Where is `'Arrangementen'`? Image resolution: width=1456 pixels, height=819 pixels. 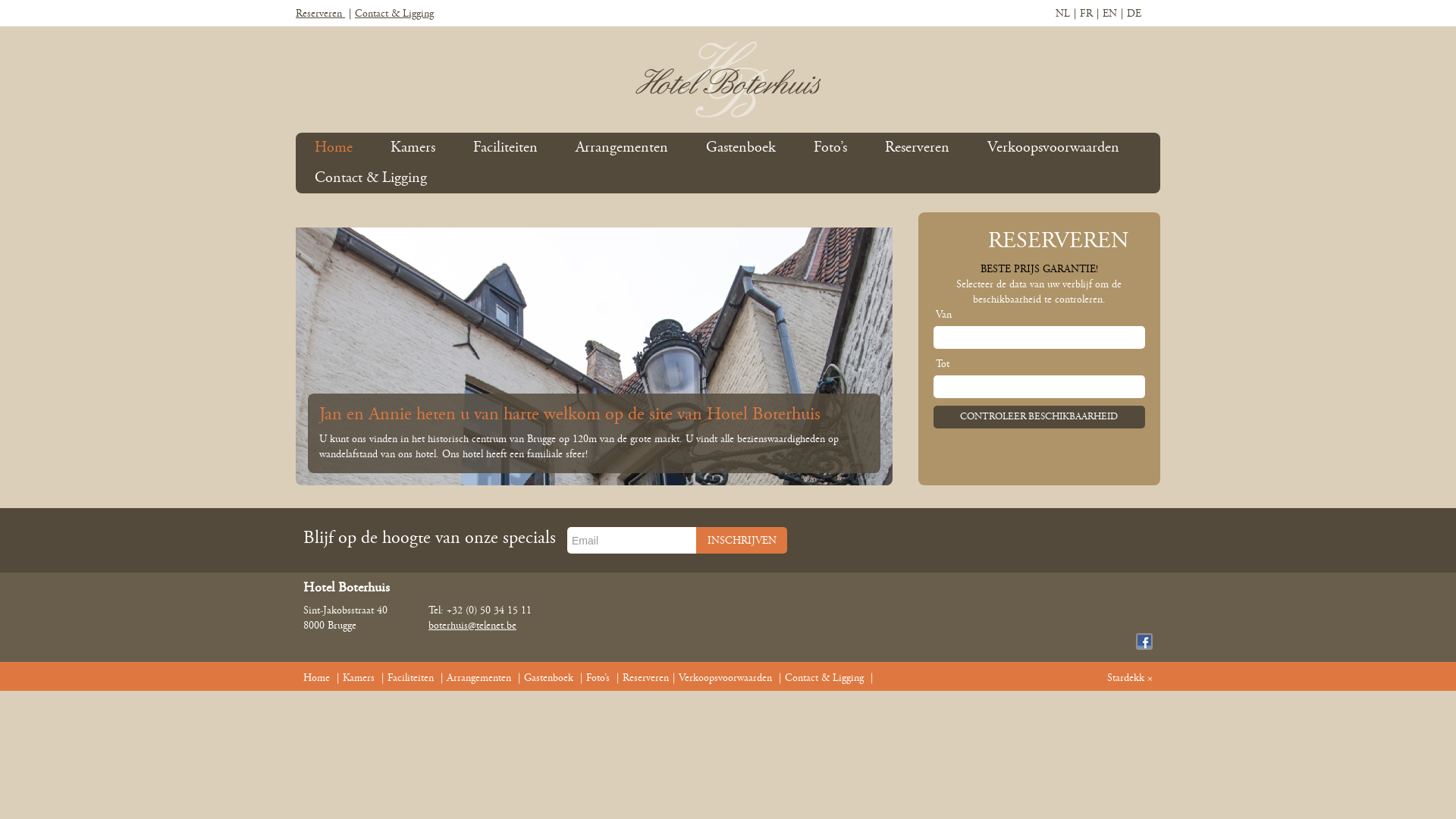 'Arrangementen' is located at coordinates (478, 677).